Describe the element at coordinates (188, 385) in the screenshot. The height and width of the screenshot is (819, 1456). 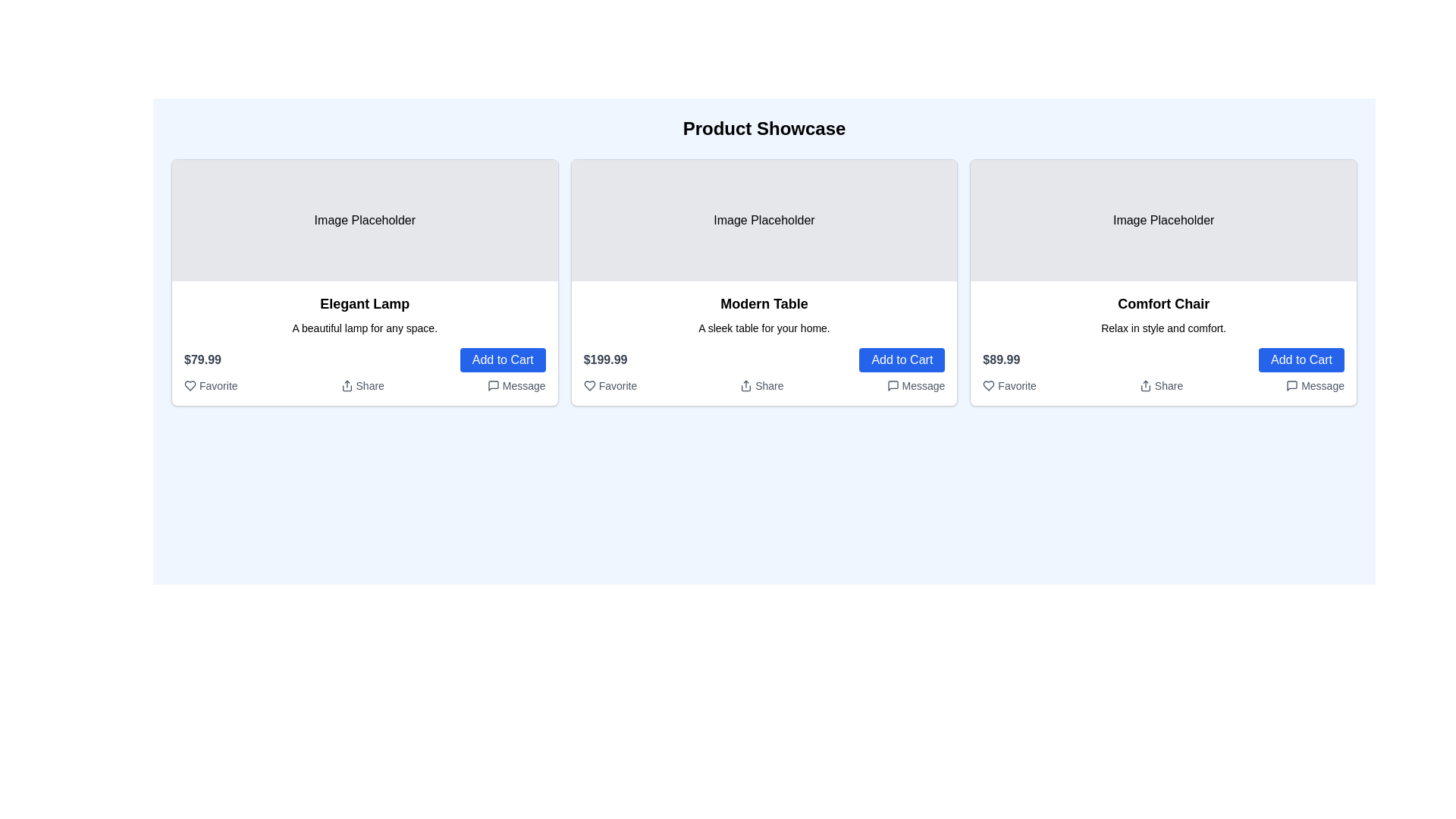
I see `the heart-shaped outline icon located below the description text for the 'Elegant Lamp' item in the leftmost card to favorite the item` at that location.